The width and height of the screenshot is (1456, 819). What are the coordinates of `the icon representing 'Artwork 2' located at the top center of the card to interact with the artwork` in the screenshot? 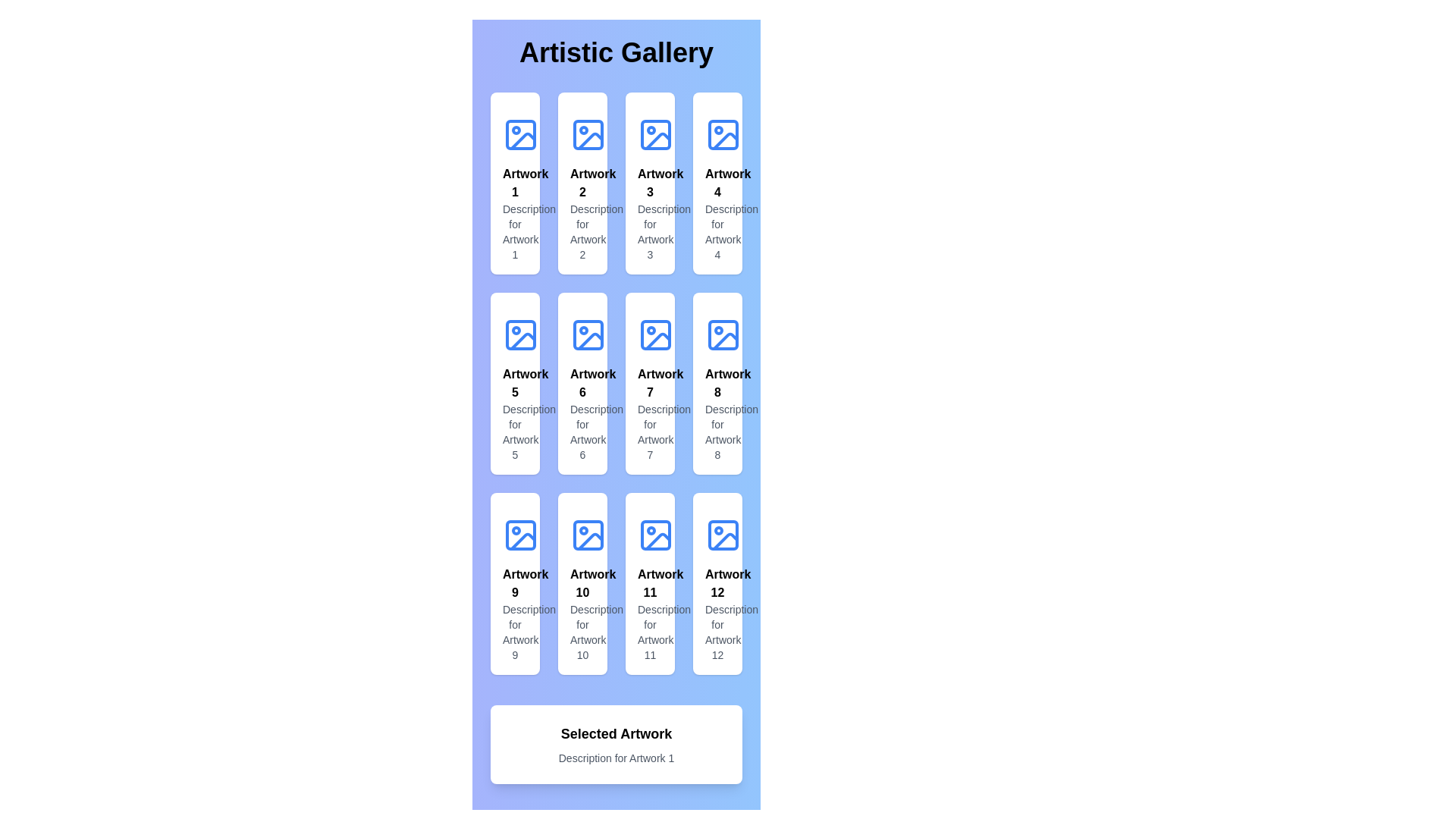 It's located at (588, 133).